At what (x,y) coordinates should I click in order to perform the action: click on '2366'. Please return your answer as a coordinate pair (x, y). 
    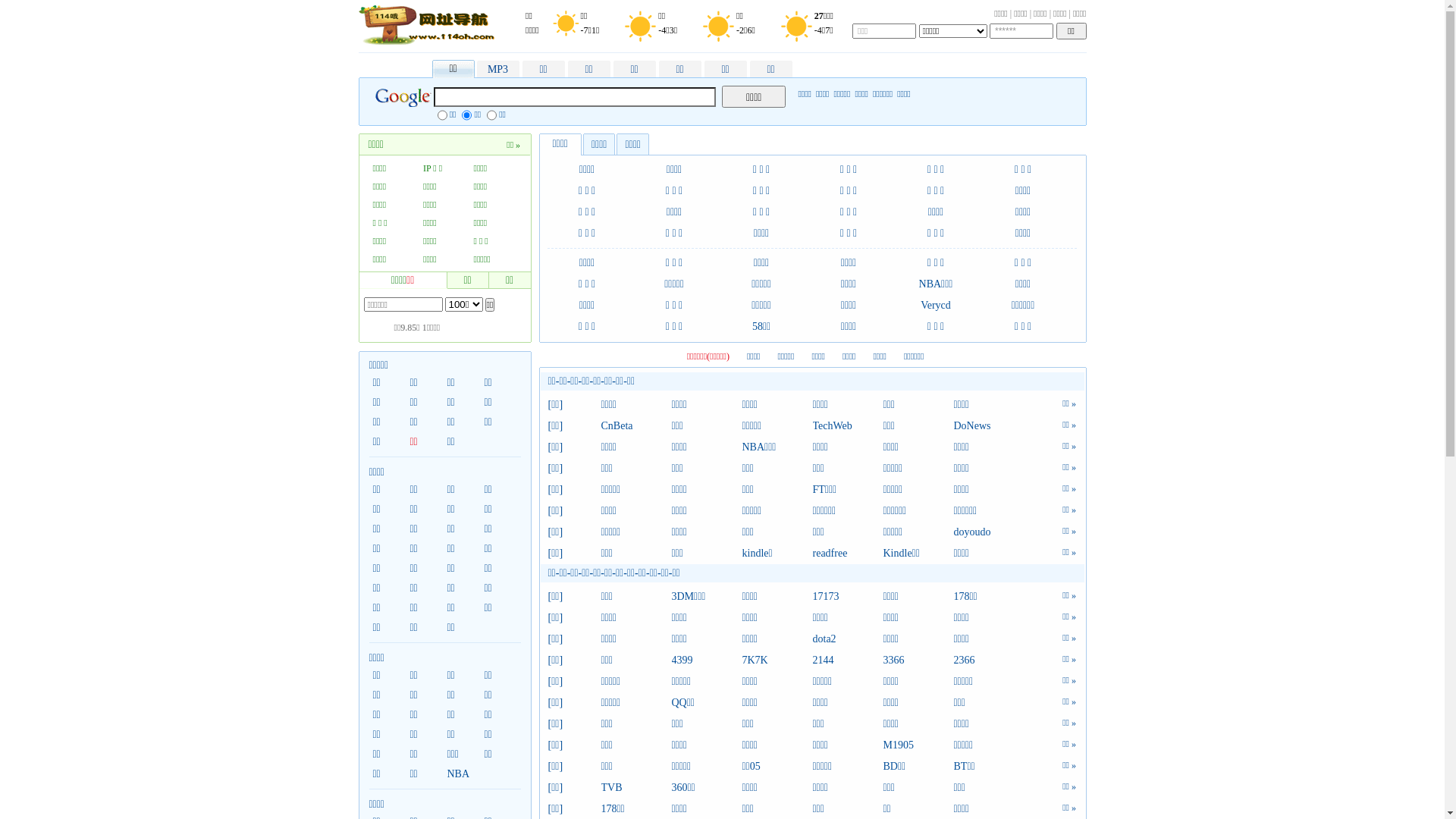
    Looking at the image, I should click on (989, 660).